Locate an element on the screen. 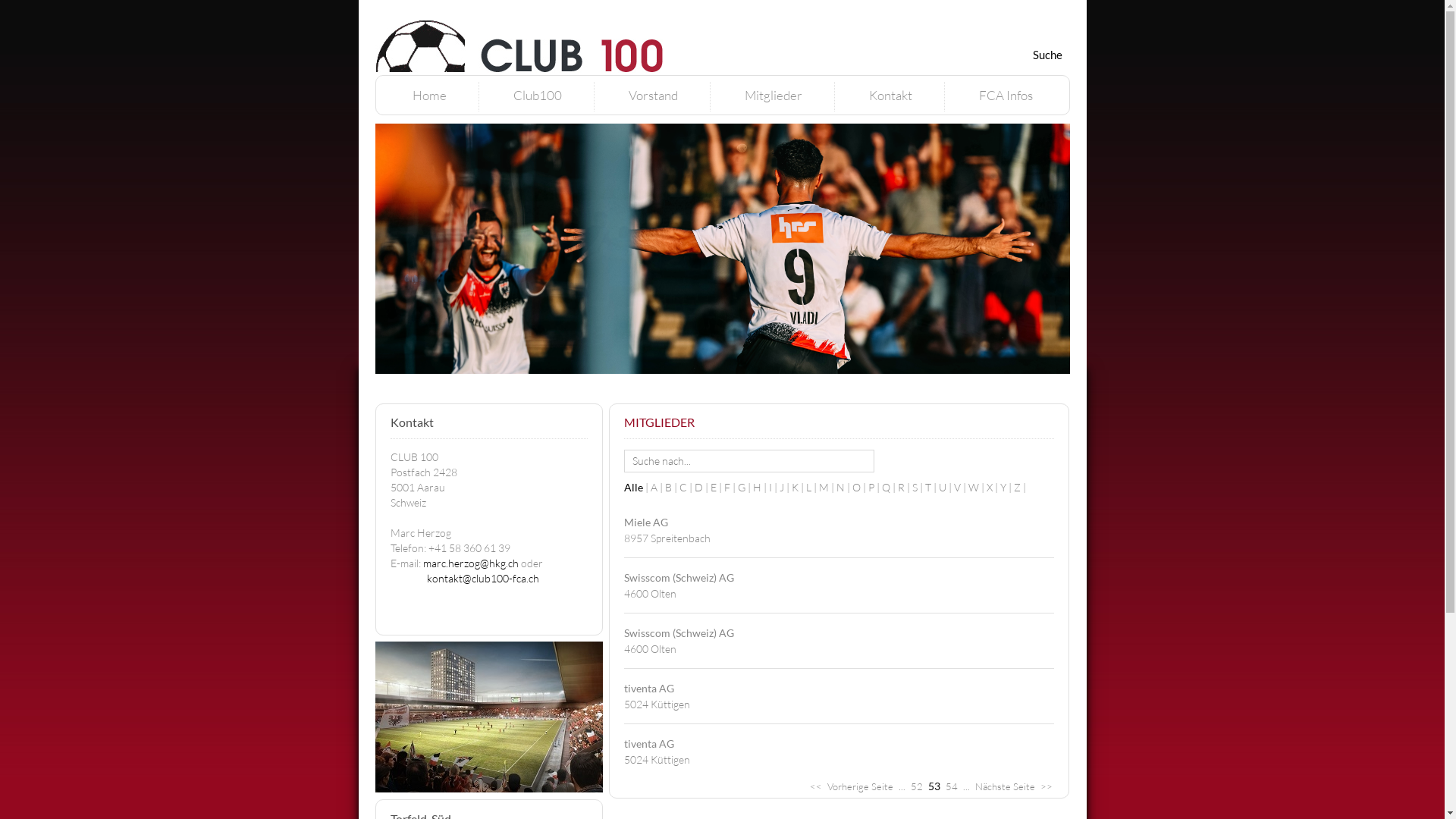  '54' is located at coordinates (949, 786).